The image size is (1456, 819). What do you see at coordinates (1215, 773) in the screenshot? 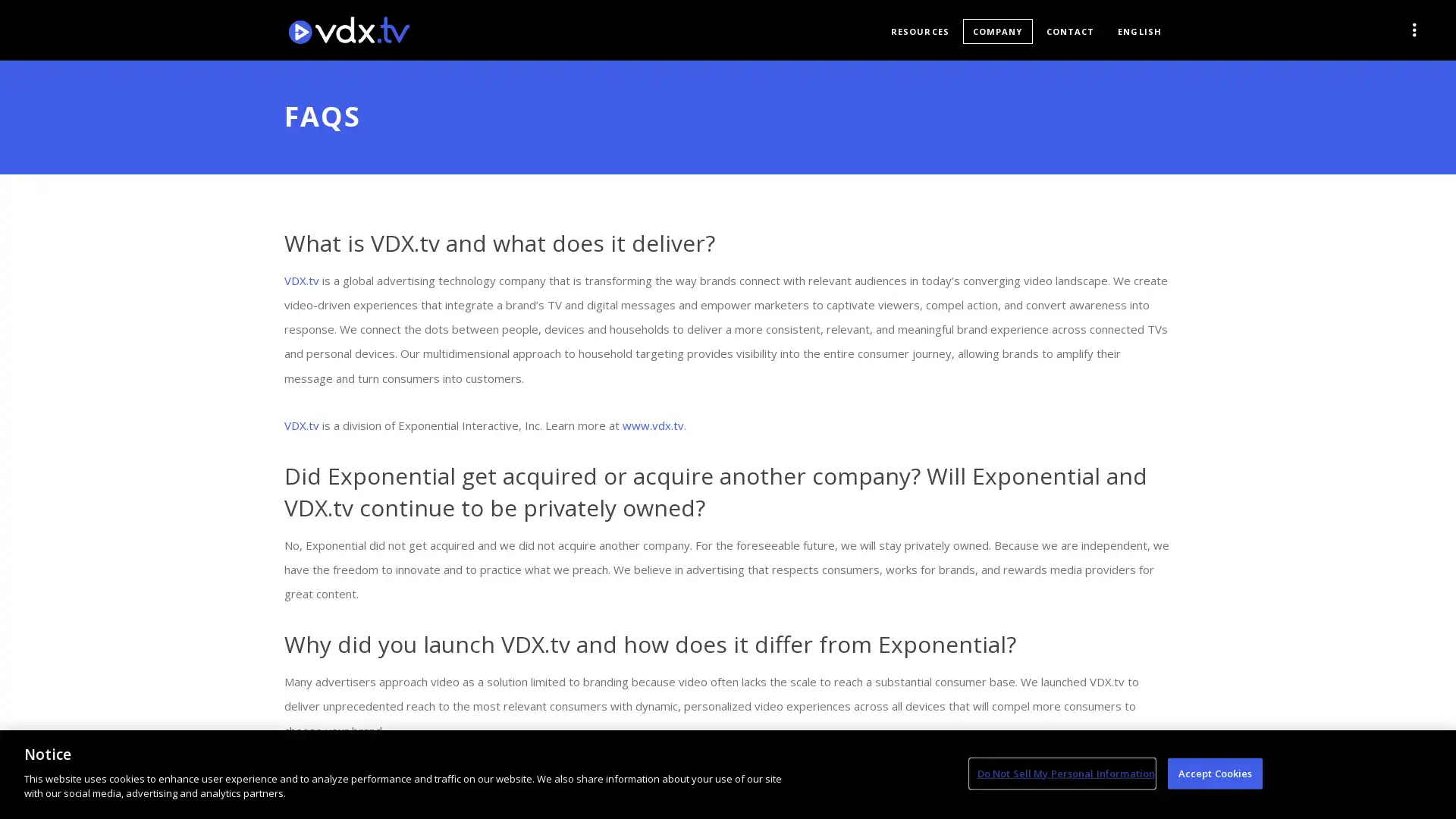
I see `Accept Cookies` at bounding box center [1215, 773].